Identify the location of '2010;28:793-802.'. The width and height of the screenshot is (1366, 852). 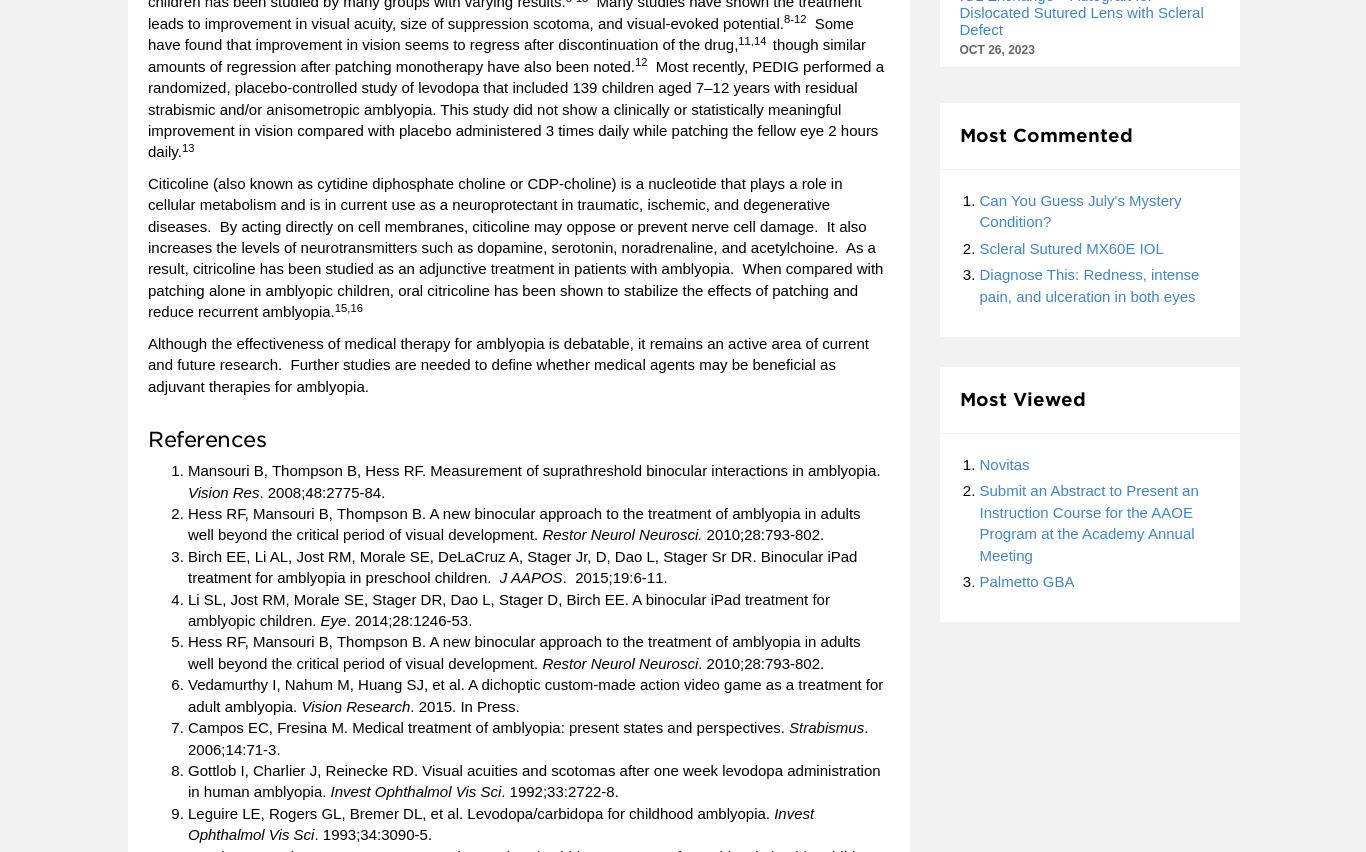
(763, 534).